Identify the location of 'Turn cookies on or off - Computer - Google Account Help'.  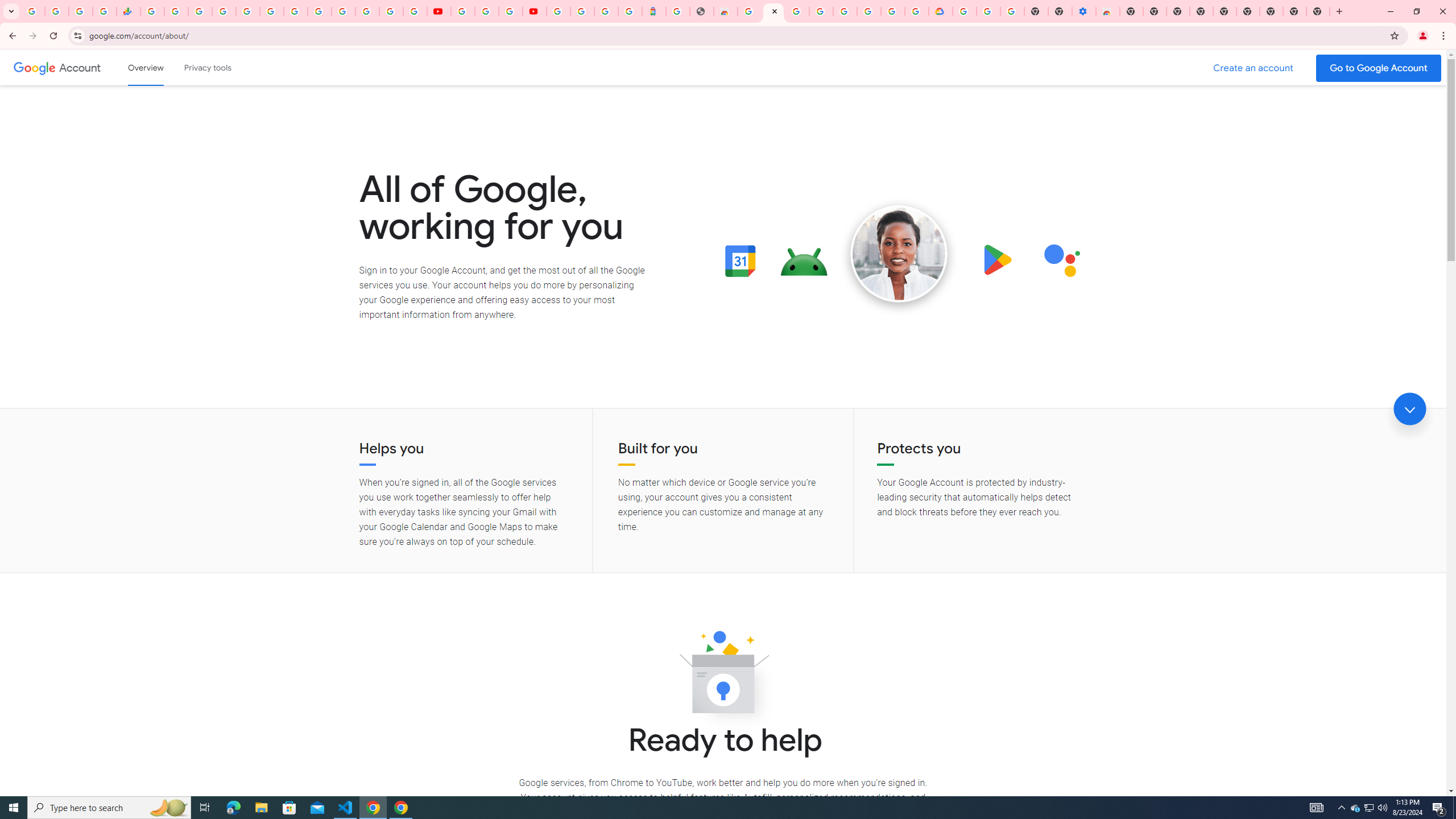
(1012, 11).